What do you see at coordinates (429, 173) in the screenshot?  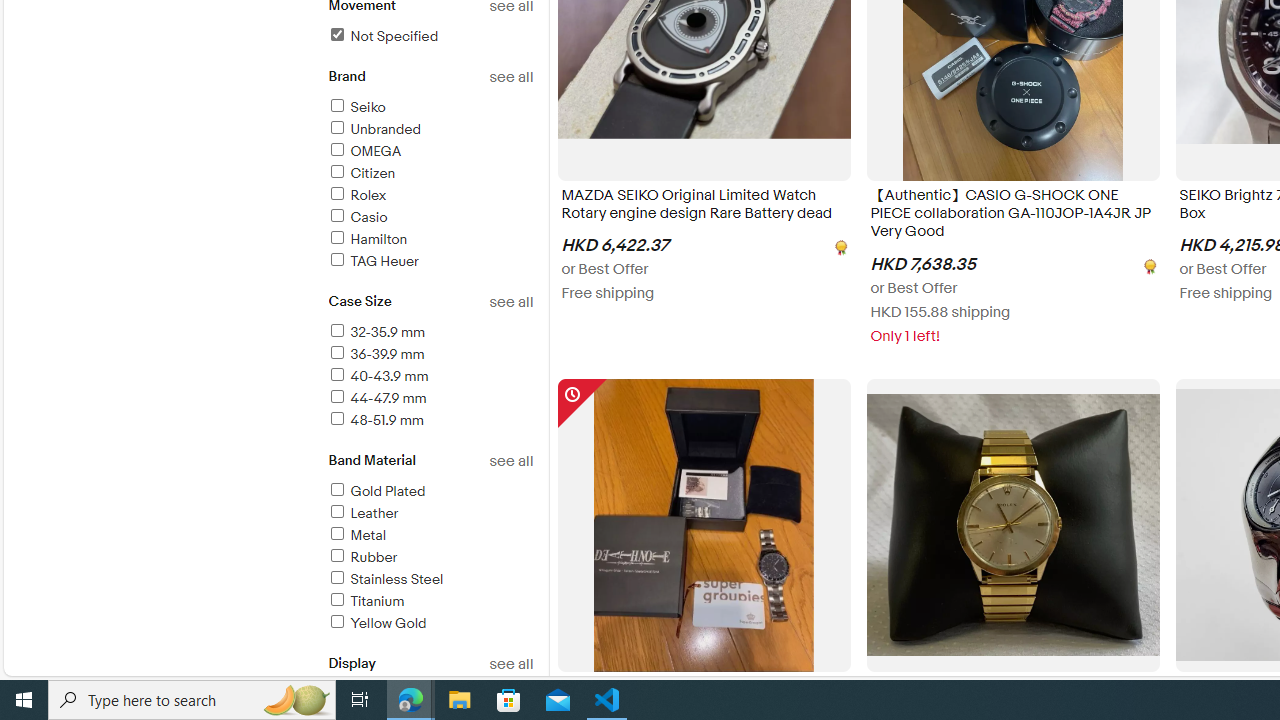 I see `'Citizen'` at bounding box center [429, 173].